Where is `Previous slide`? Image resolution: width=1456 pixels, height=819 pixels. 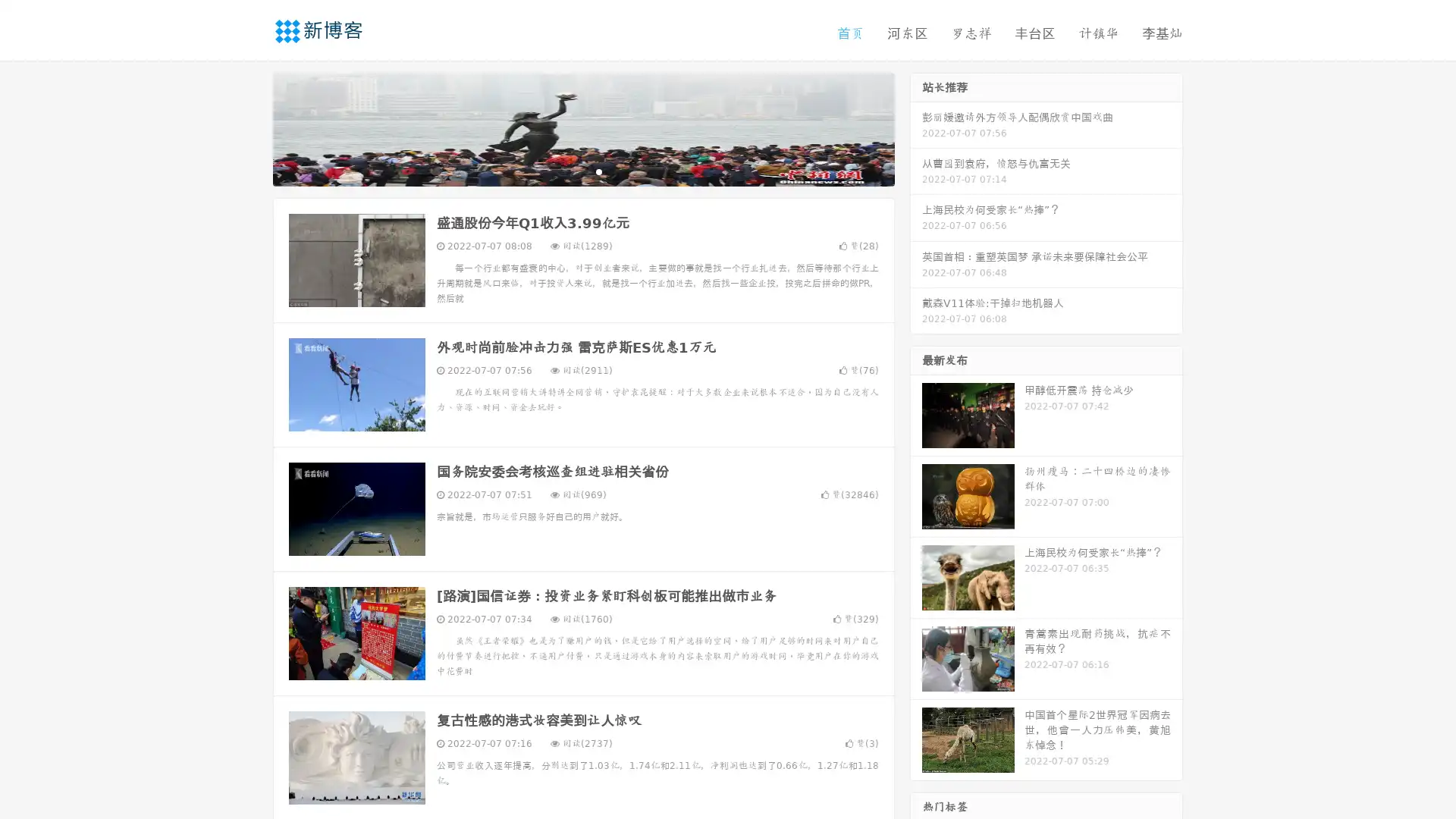
Previous slide is located at coordinates (250, 127).